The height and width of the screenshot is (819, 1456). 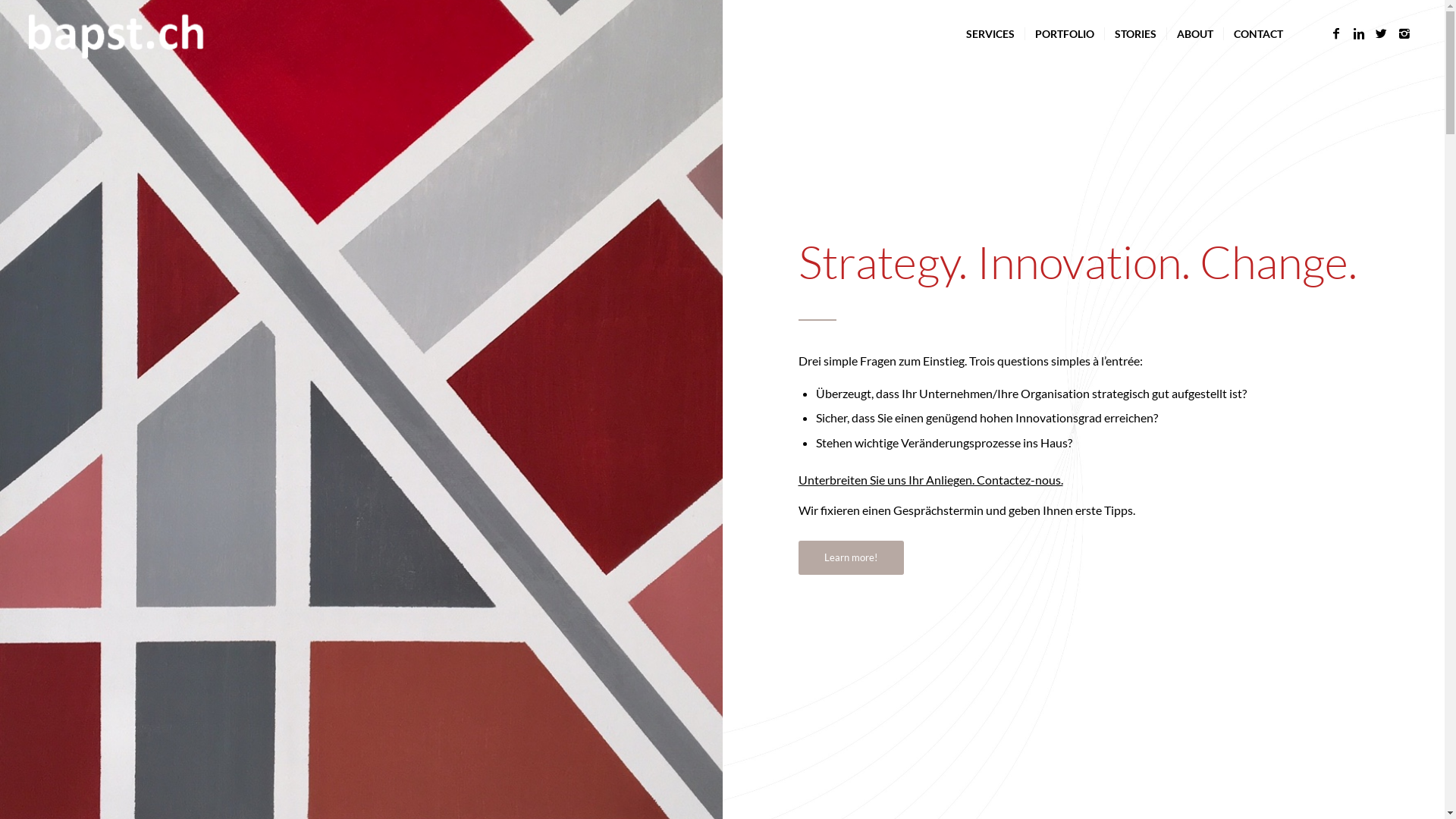 What do you see at coordinates (1222, 34) in the screenshot?
I see `'CONTACT'` at bounding box center [1222, 34].